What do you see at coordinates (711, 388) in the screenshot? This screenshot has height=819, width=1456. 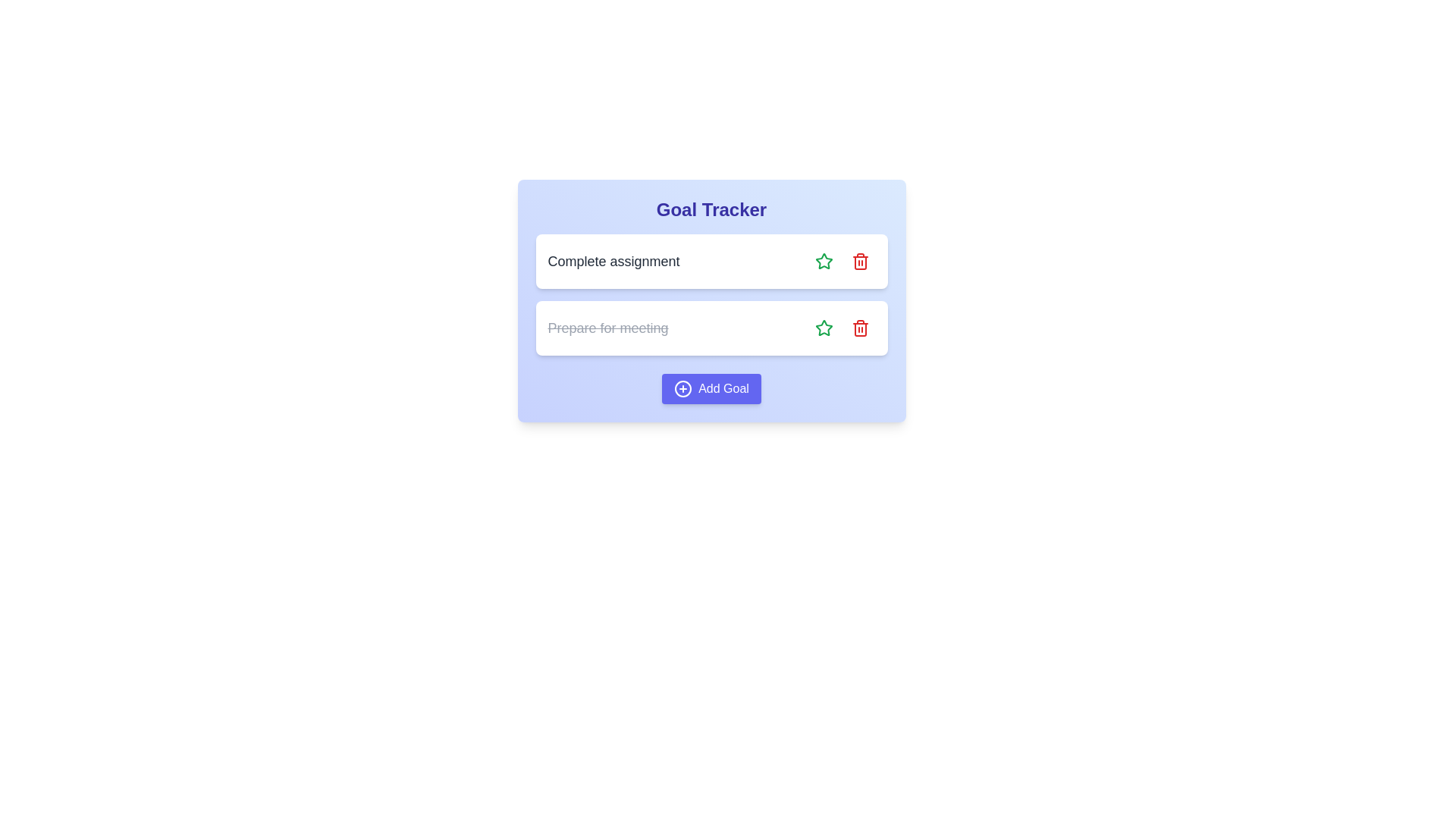 I see `the 'Add Goal' button, which is a rectangular button with a rounded outline, purple-indigo background, and white text, located at the bottom center of the 'Goal Tracker' card` at bounding box center [711, 388].